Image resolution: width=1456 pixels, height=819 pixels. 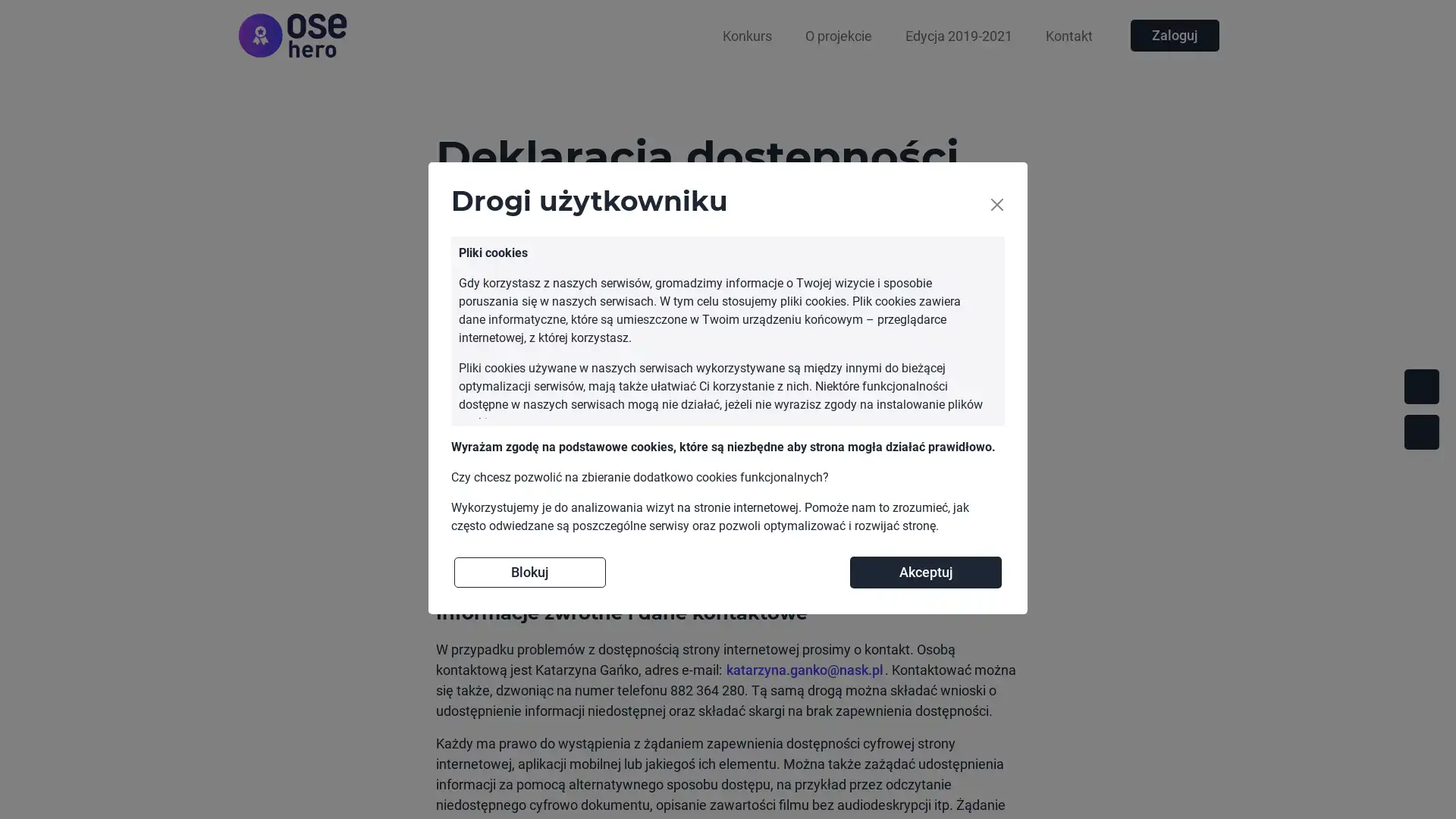 I want to click on Zaloguj, so click(x=1174, y=34).